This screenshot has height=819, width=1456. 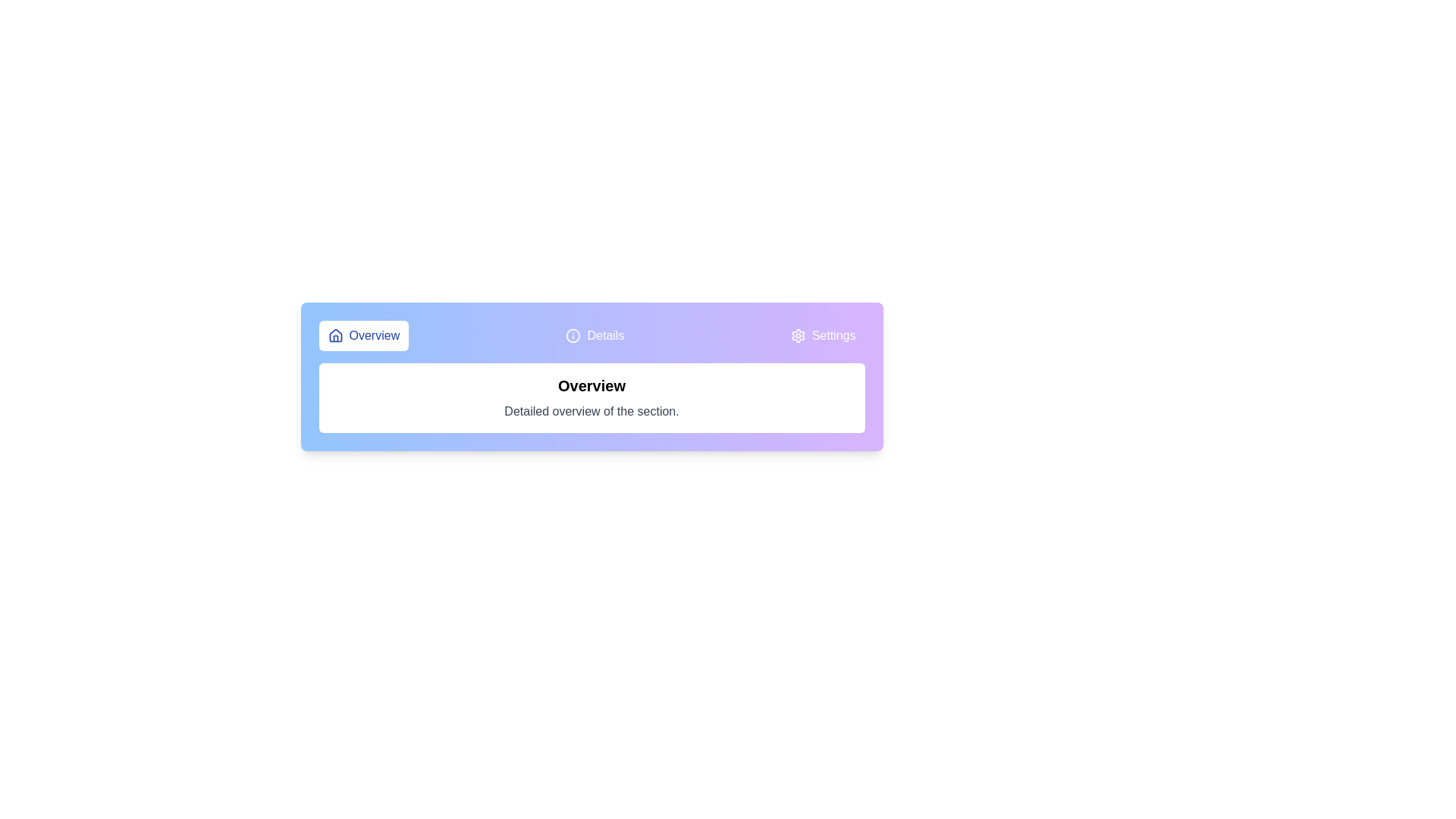 I want to click on the Information Panel with a bold header 'Overview' and a description text 'Detailed overview of the section.', so click(x=591, y=397).